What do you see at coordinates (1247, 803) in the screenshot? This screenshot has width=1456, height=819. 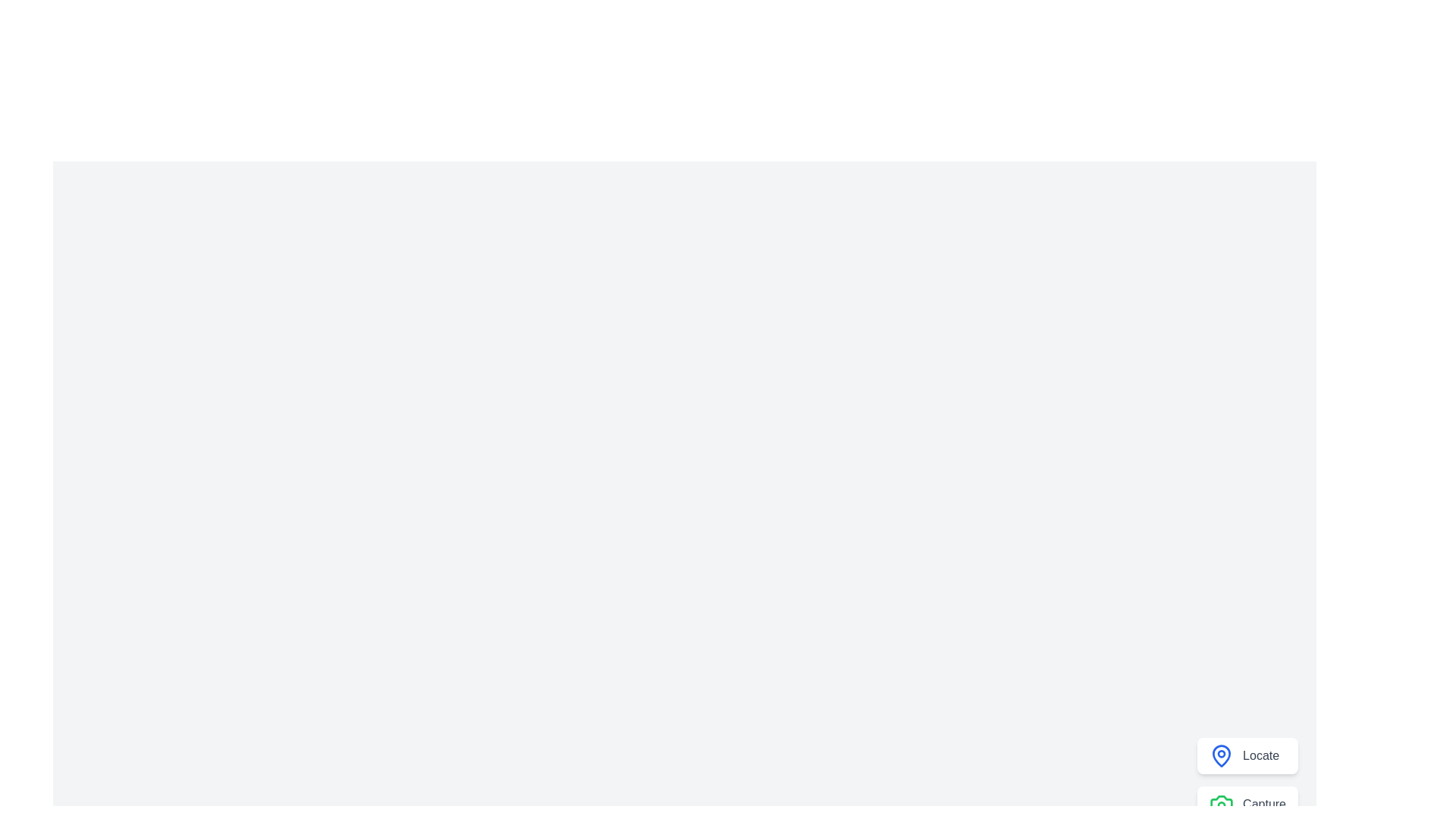 I see `'Capture' button` at bounding box center [1247, 803].